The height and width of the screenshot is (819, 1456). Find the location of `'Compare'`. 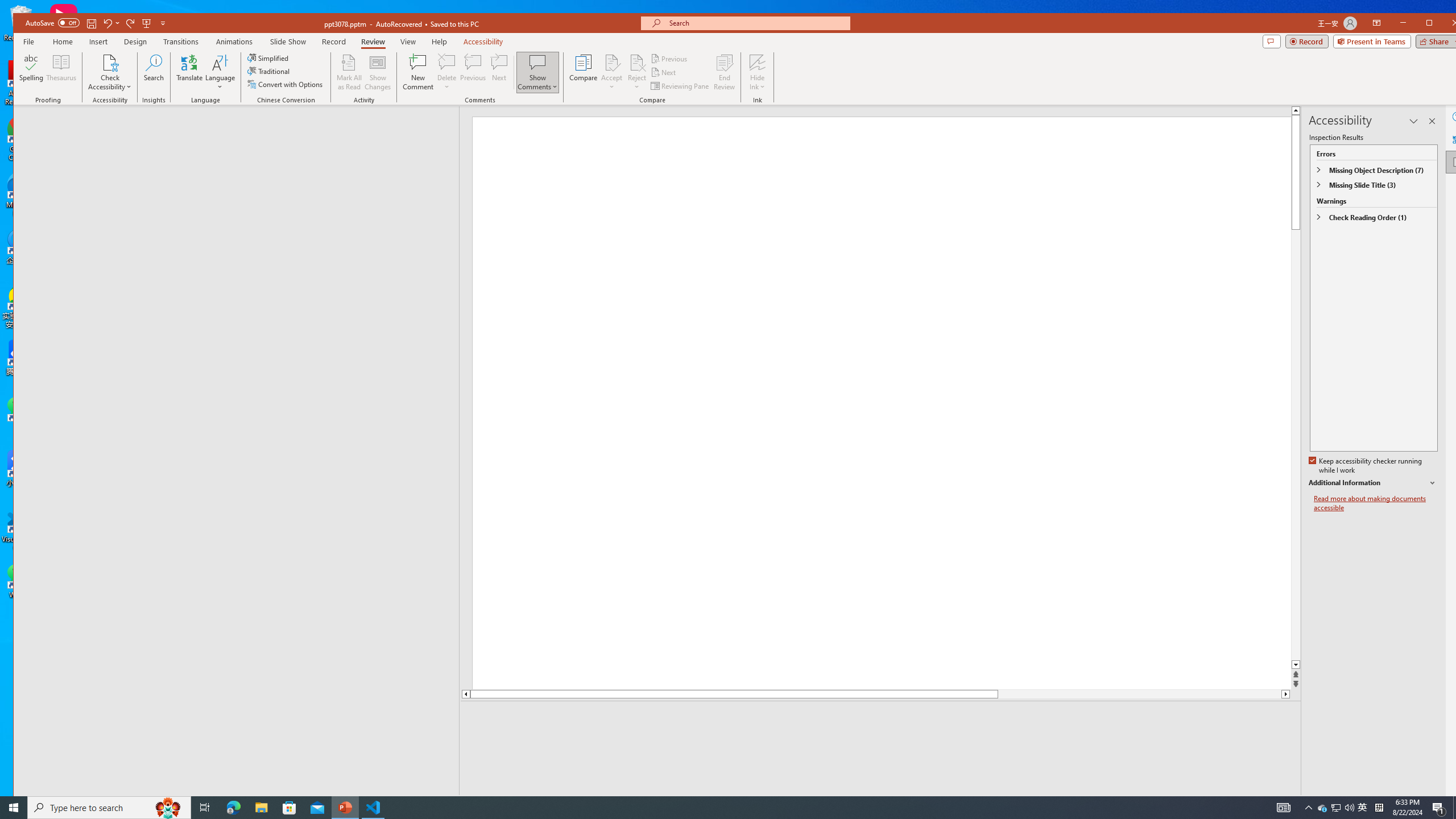

'Compare' is located at coordinates (582, 72).